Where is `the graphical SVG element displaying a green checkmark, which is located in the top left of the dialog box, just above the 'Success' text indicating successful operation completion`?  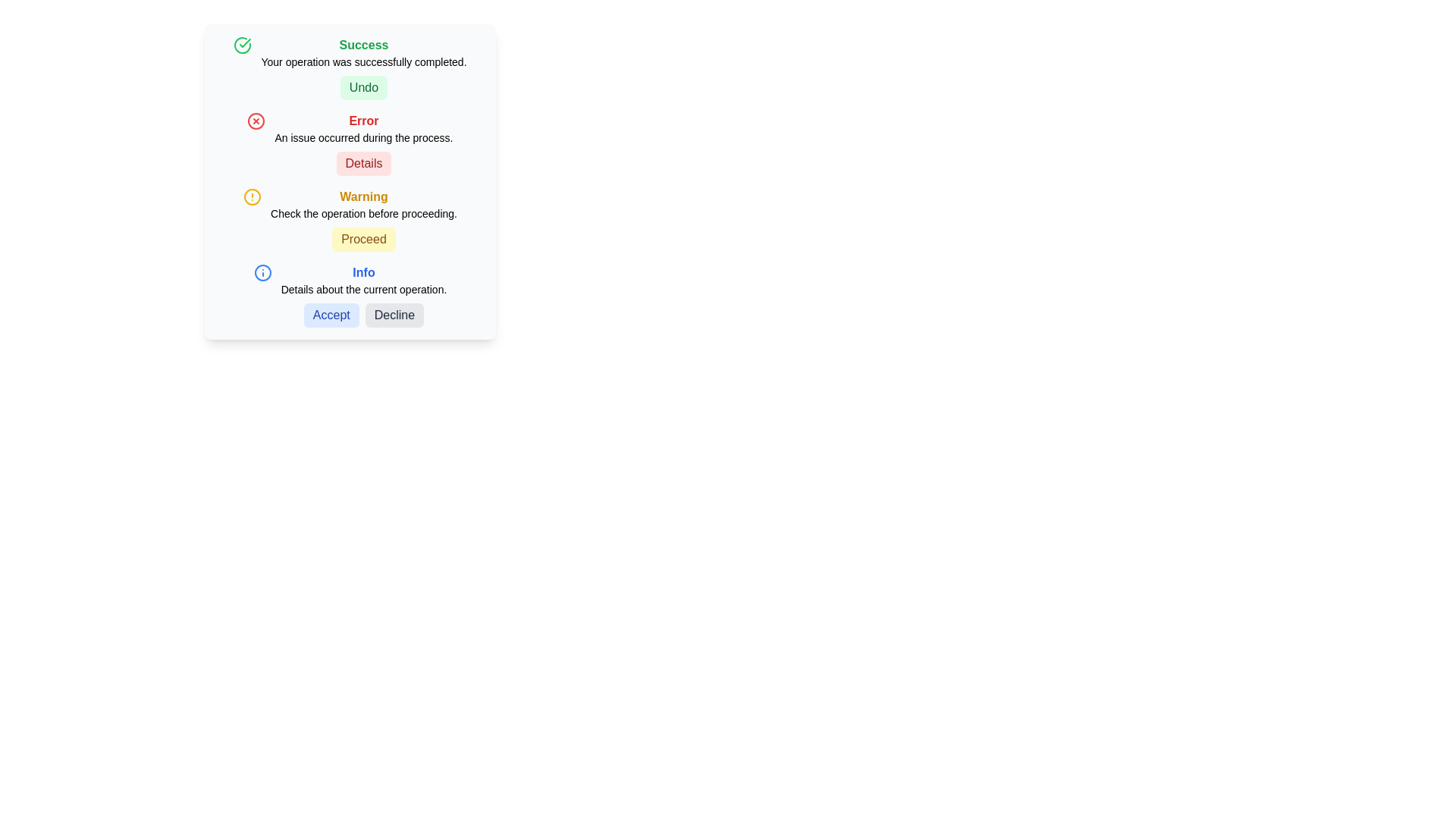 the graphical SVG element displaying a green checkmark, which is located in the top left of the dialog box, just above the 'Success' text indicating successful operation completion is located at coordinates (243, 45).